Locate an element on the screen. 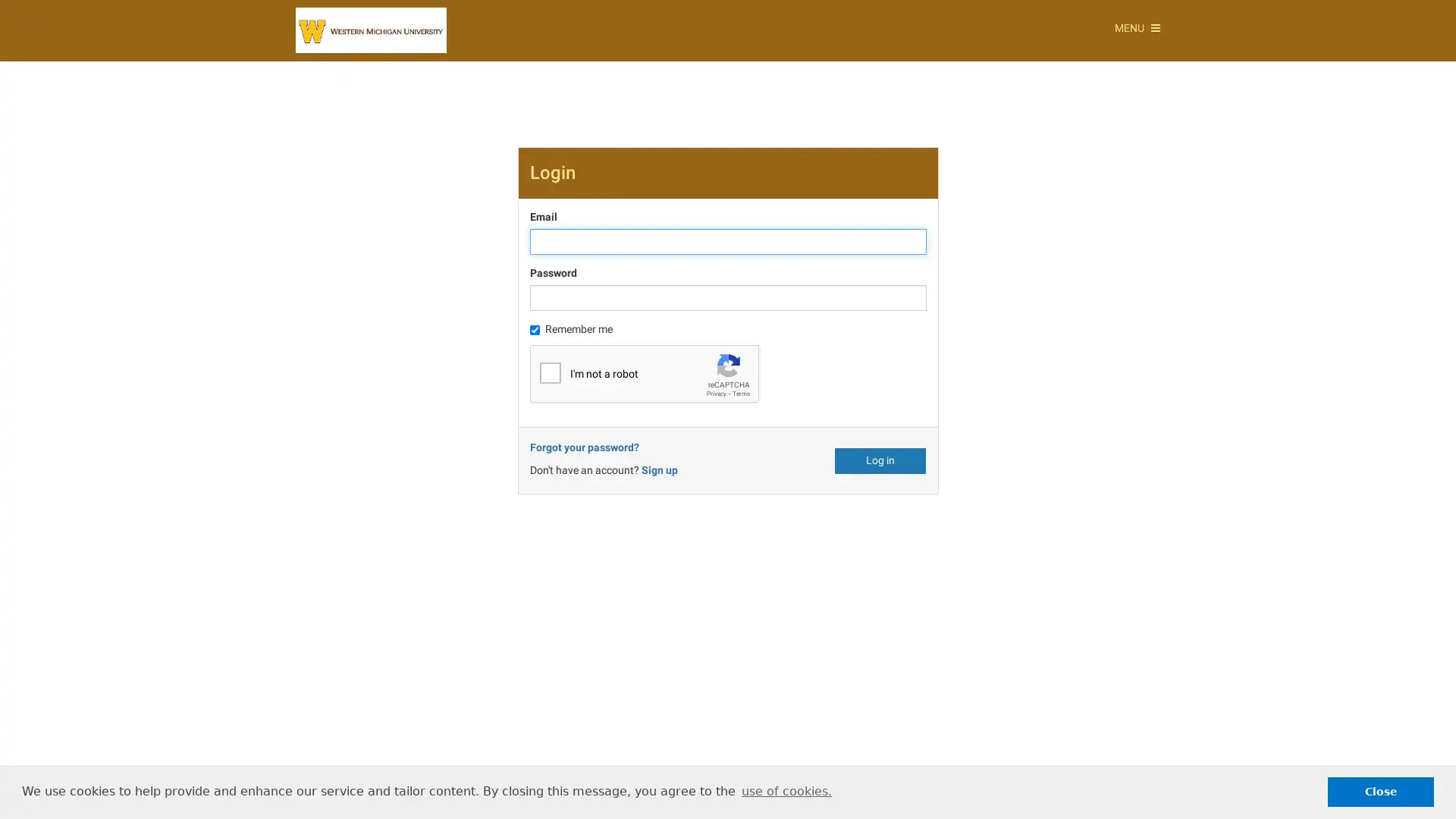 The width and height of the screenshot is (1456, 819). Log in is located at coordinates (880, 459).